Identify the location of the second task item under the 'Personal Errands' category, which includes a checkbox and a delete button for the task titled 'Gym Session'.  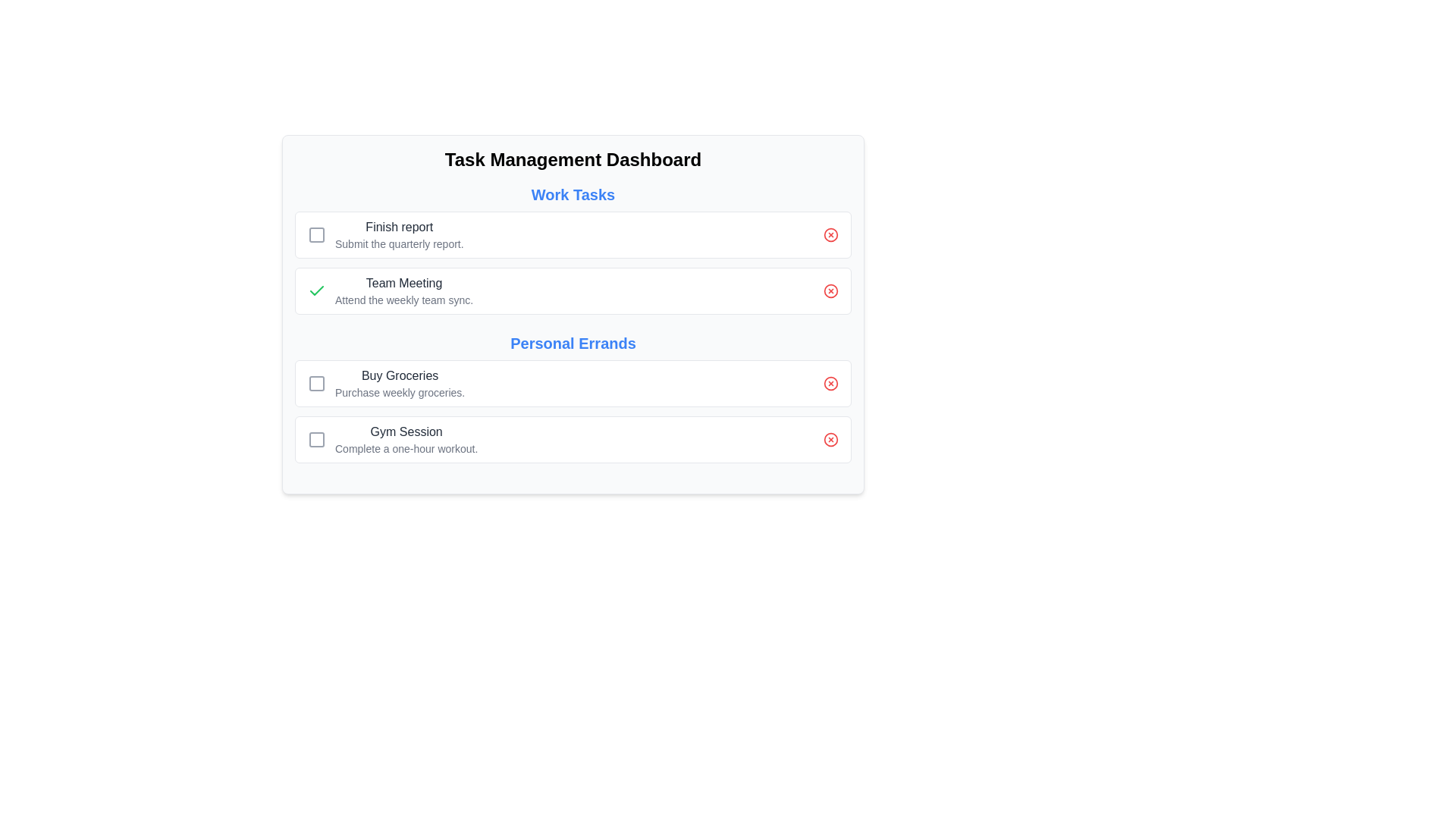
(572, 439).